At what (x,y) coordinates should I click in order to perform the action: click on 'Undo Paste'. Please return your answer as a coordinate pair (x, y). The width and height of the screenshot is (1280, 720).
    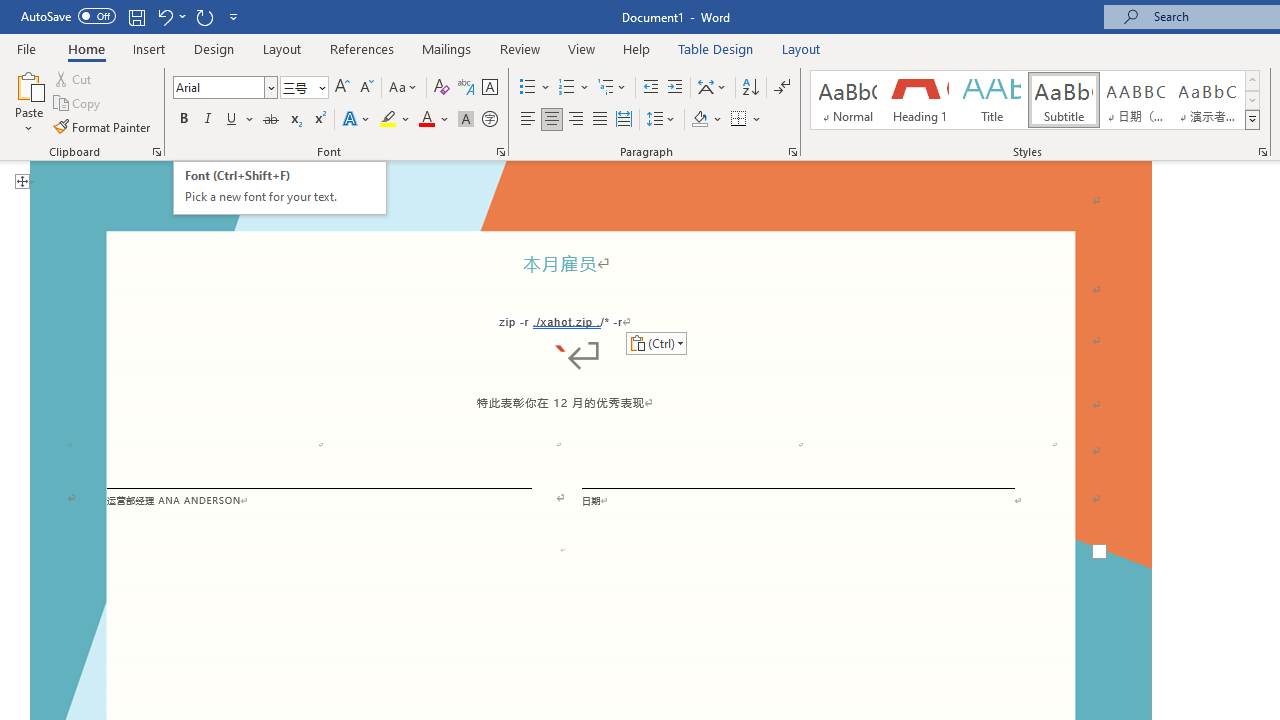
    Looking at the image, I should click on (170, 16).